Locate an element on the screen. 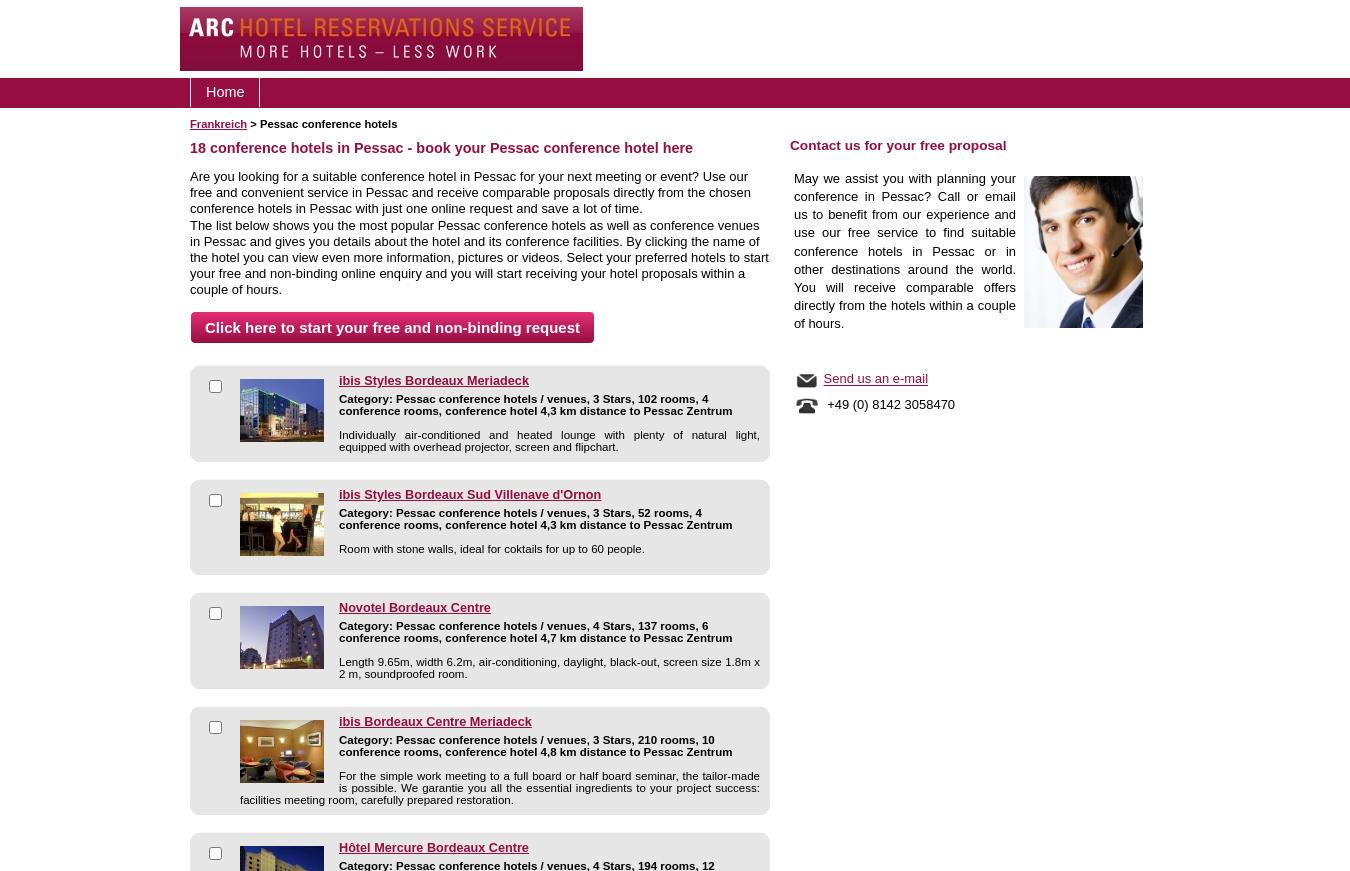 The width and height of the screenshot is (1350, 871). 'Hôtel Mercure Bordeaux Centre' is located at coordinates (433, 848).